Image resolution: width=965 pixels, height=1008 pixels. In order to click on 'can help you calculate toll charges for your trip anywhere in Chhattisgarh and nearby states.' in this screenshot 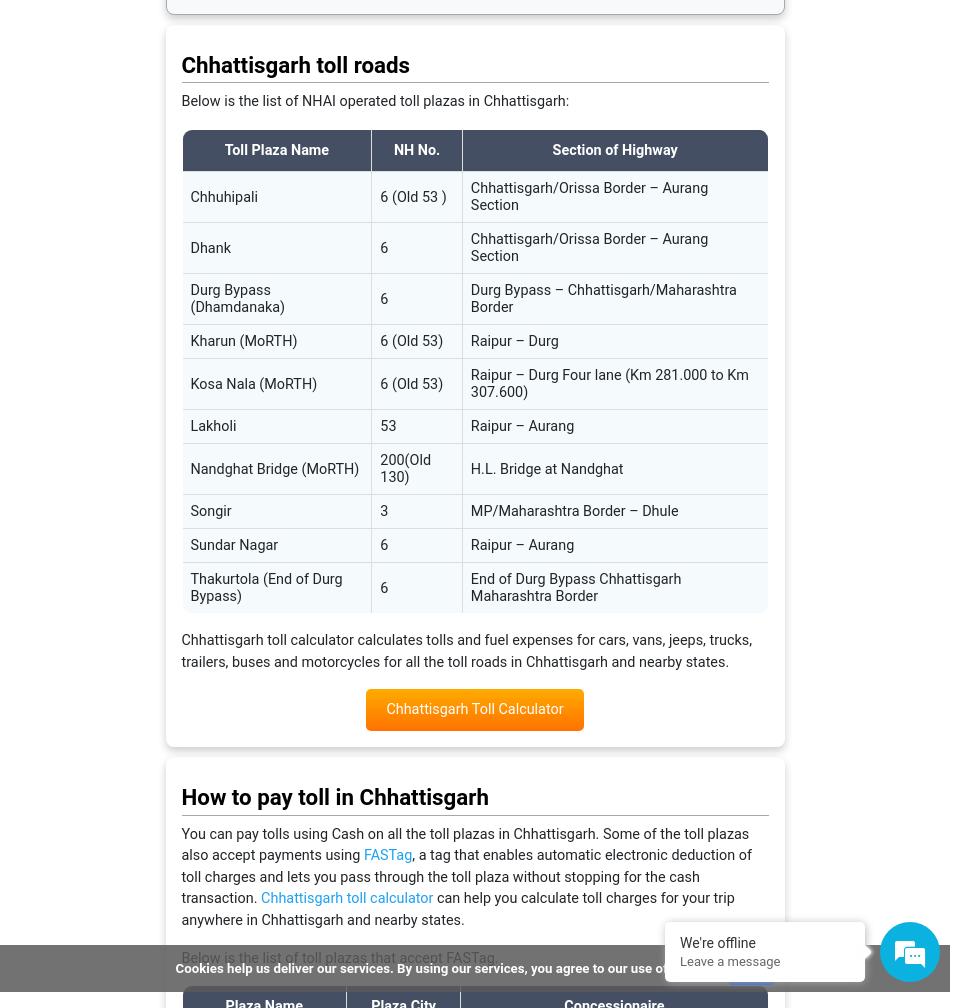, I will do `click(456, 909)`.